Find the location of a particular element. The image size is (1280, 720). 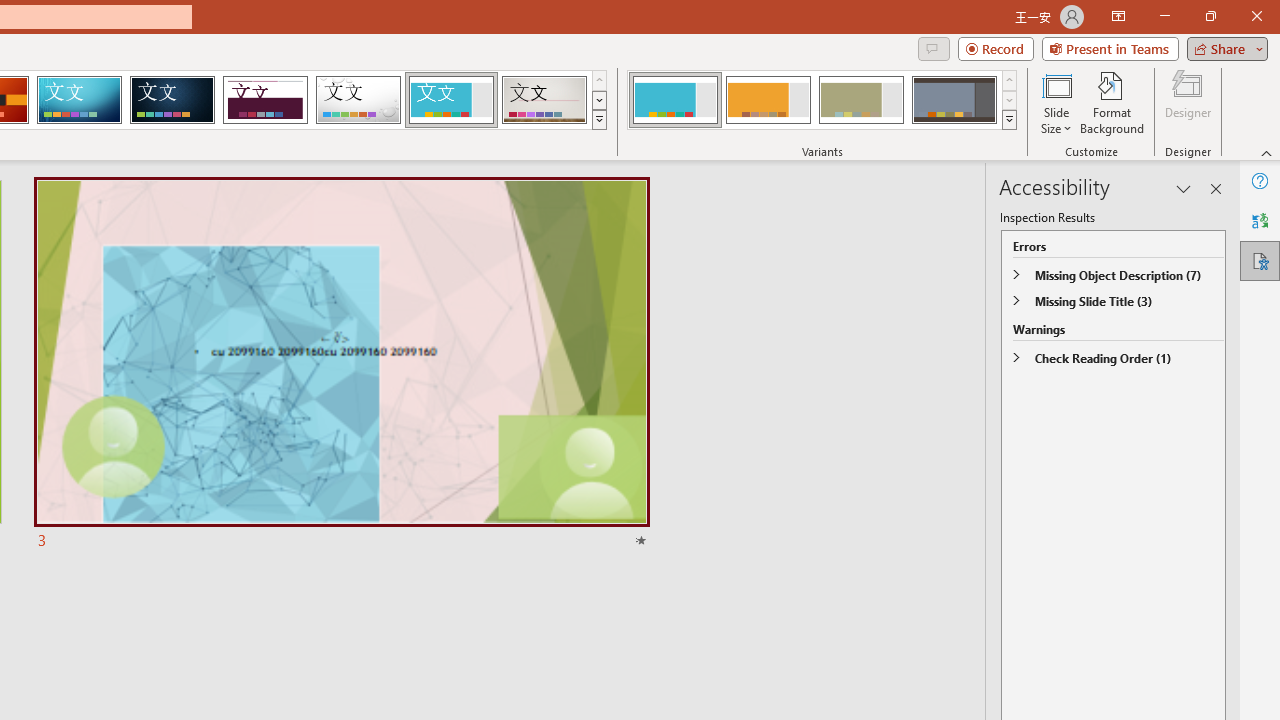

'Dividend' is located at coordinates (264, 100).